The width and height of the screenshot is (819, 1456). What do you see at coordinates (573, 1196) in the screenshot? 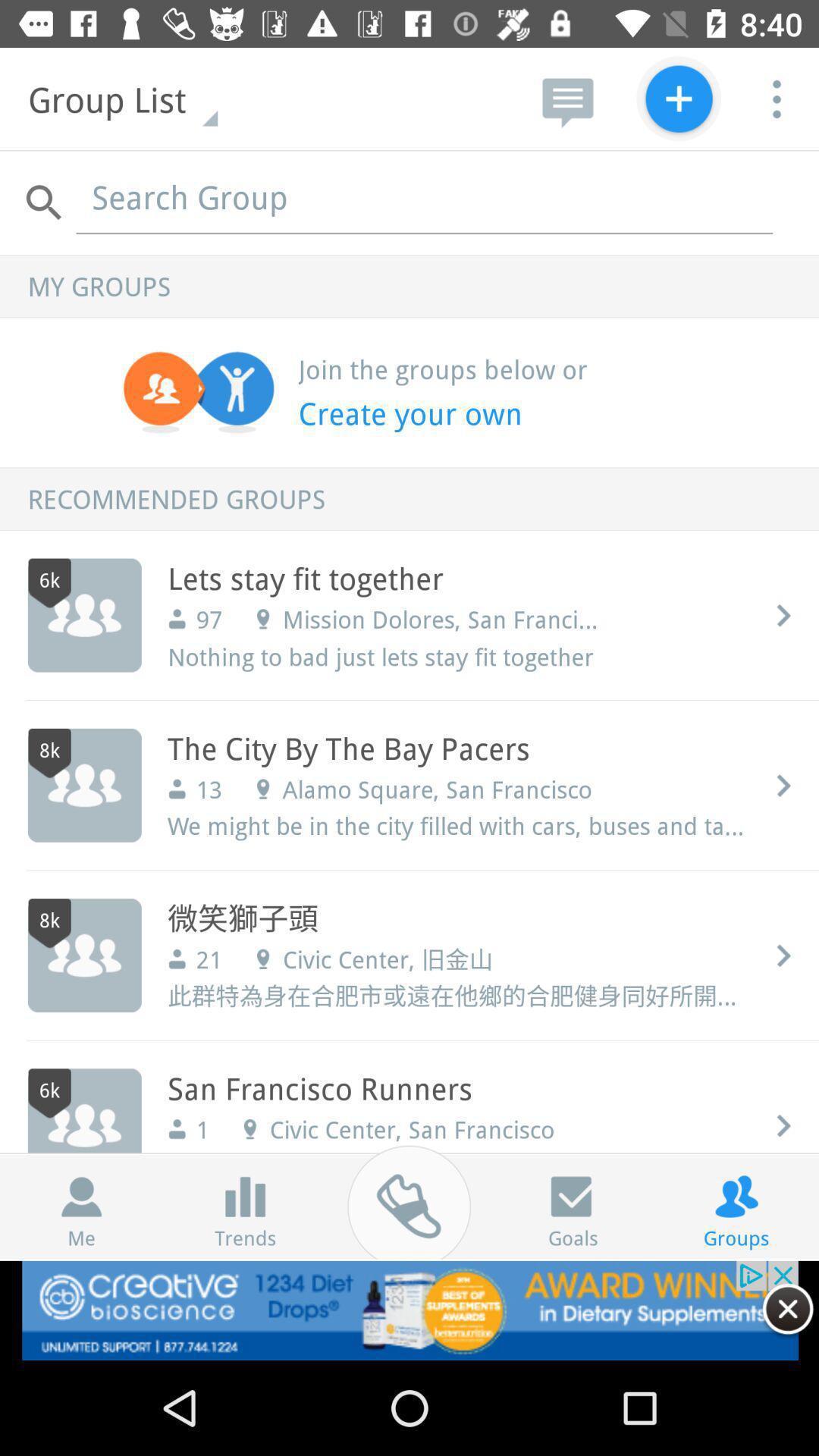
I see `the check icon` at bounding box center [573, 1196].